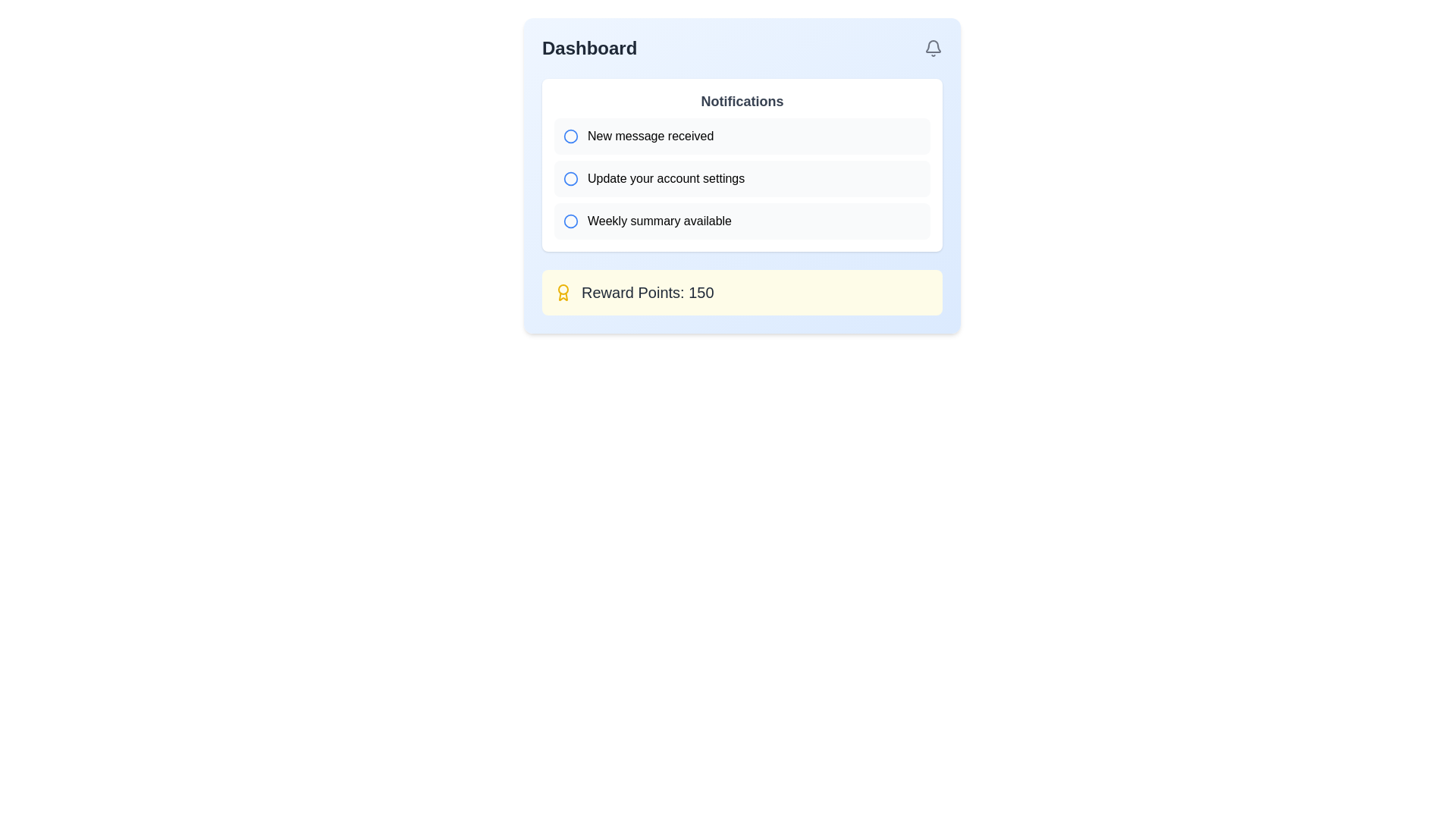 This screenshot has height=819, width=1456. What do you see at coordinates (742, 292) in the screenshot?
I see `the informational panel displaying reward points, which shows a count of 150 and is located in the lower section of the Dashboard card` at bounding box center [742, 292].